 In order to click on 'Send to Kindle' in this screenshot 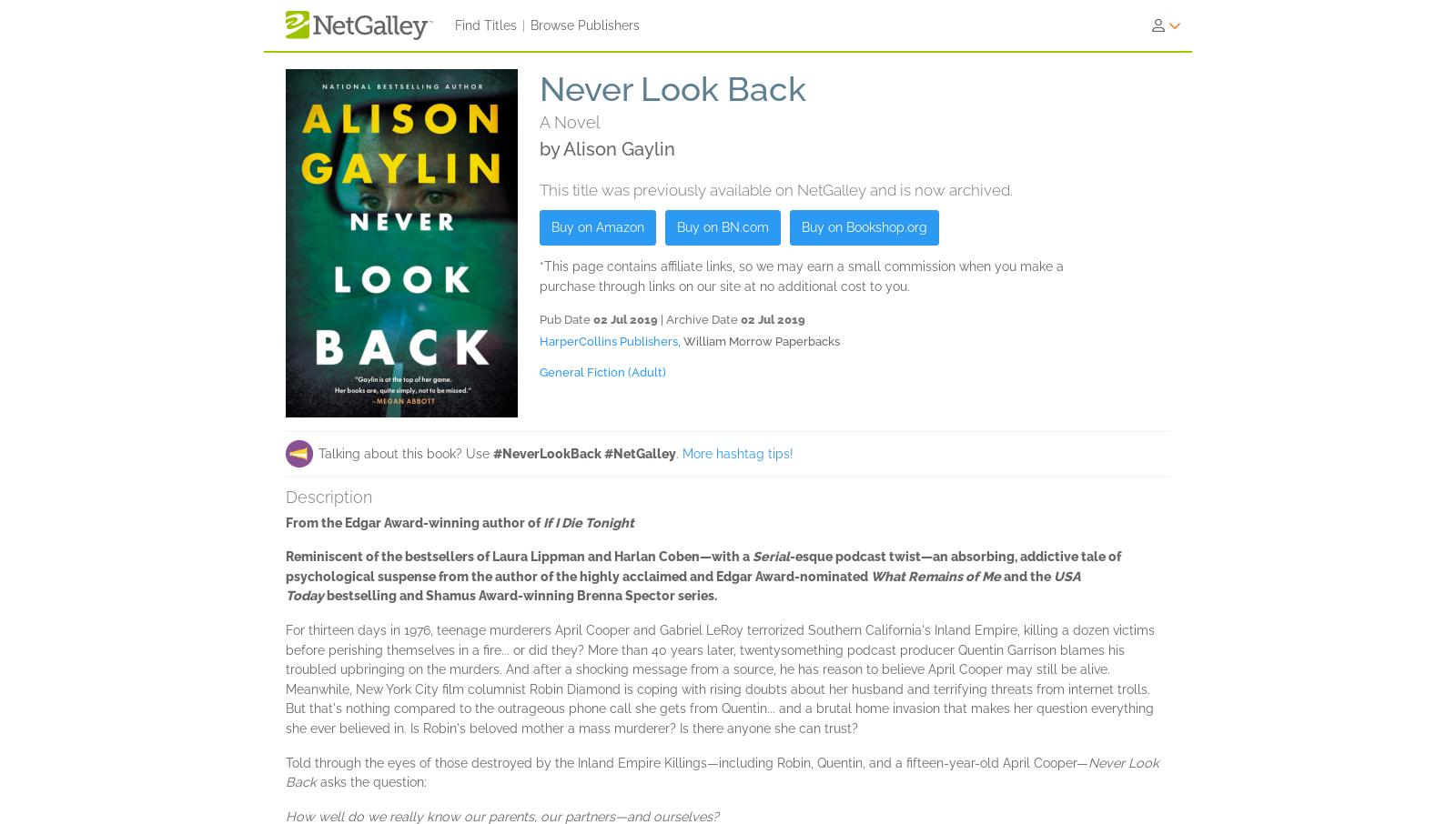, I will do `click(557, 212)`.